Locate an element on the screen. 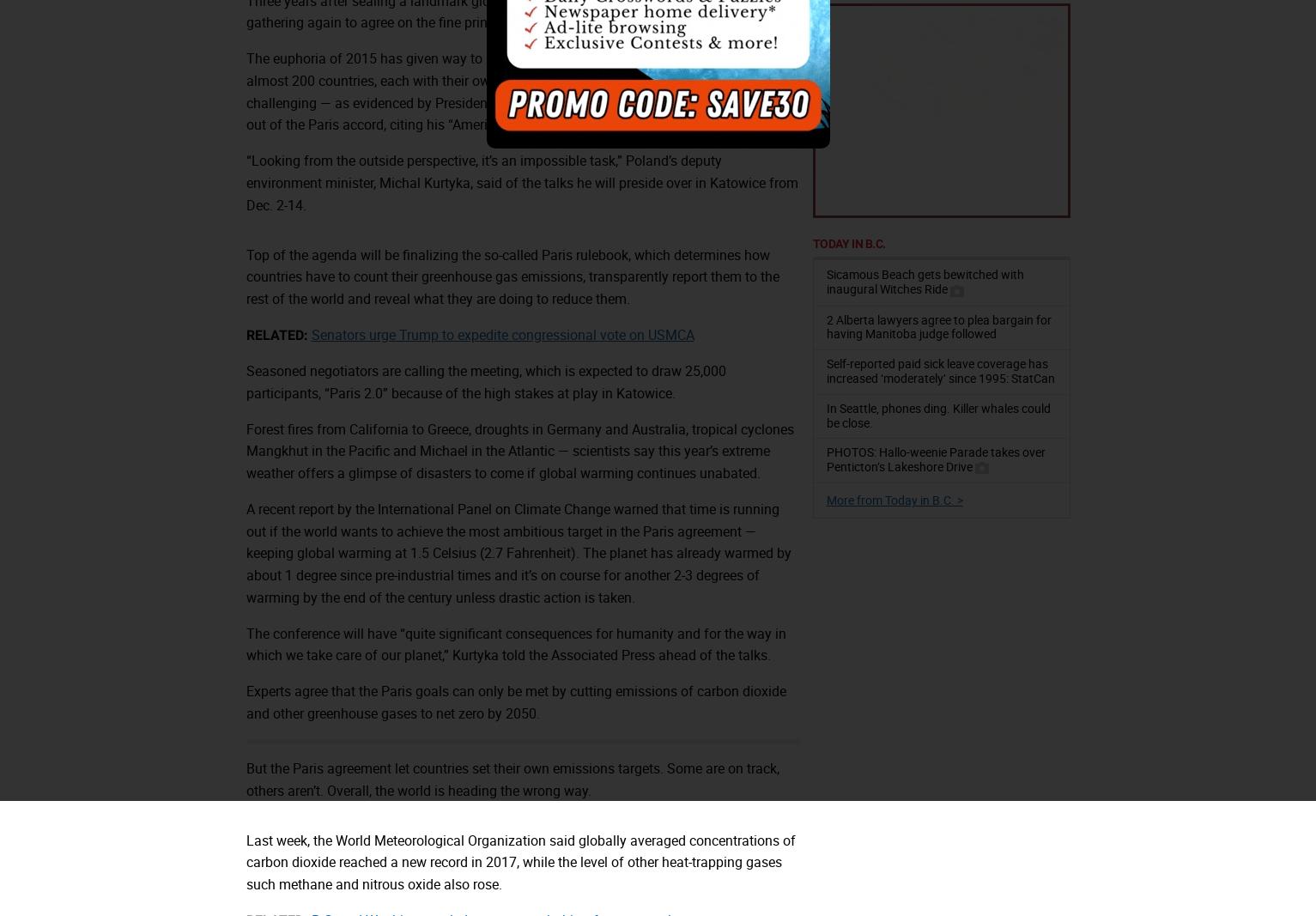  '2 Alberta lawyers agree to plea bargain for having Manitoba judge followed' is located at coordinates (937, 325).